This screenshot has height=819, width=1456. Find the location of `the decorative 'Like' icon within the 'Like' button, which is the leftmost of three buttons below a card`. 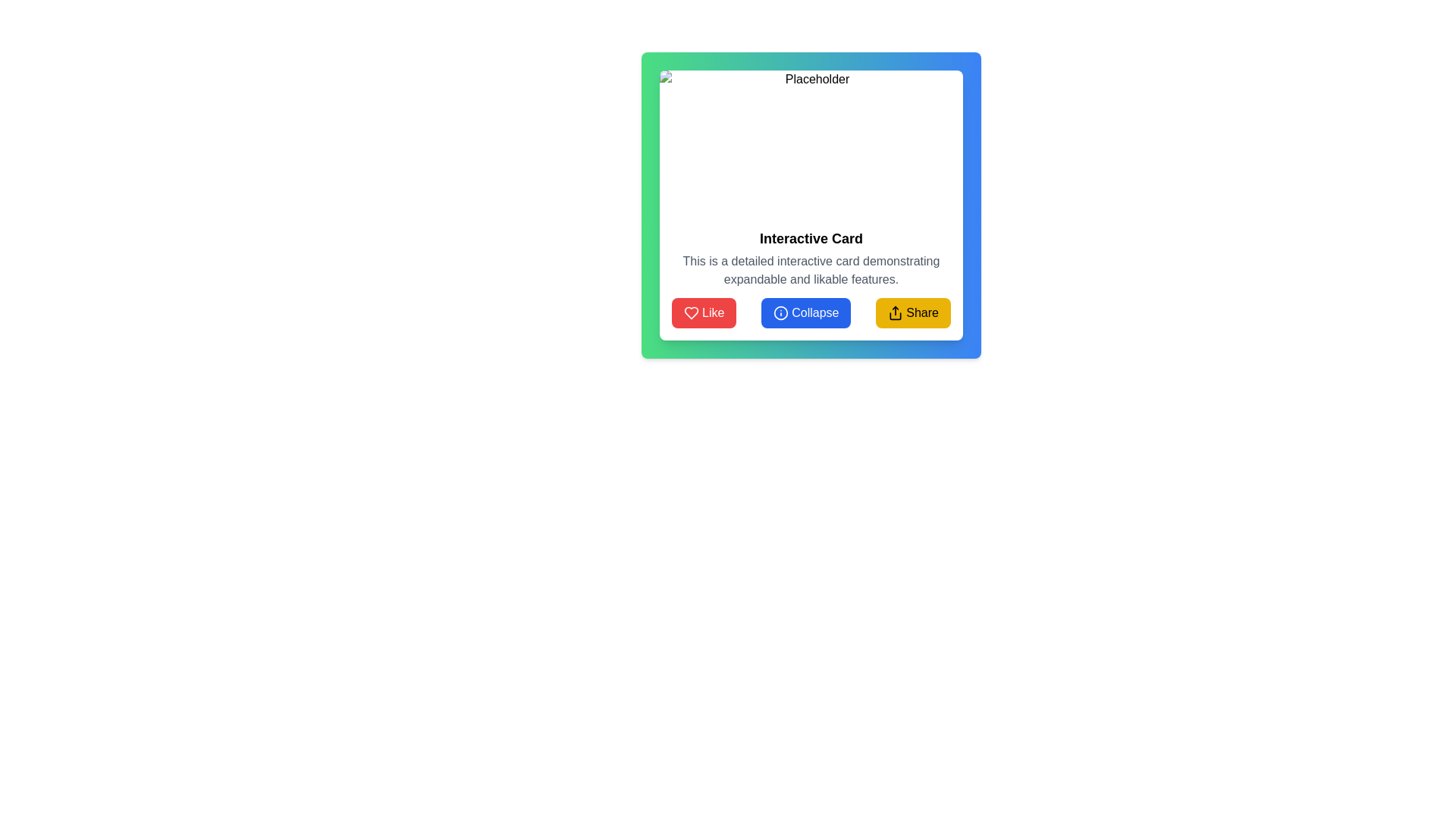

the decorative 'Like' icon within the 'Like' button, which is the leftmost of three buttons below a card is located at coordinates (691, 312).